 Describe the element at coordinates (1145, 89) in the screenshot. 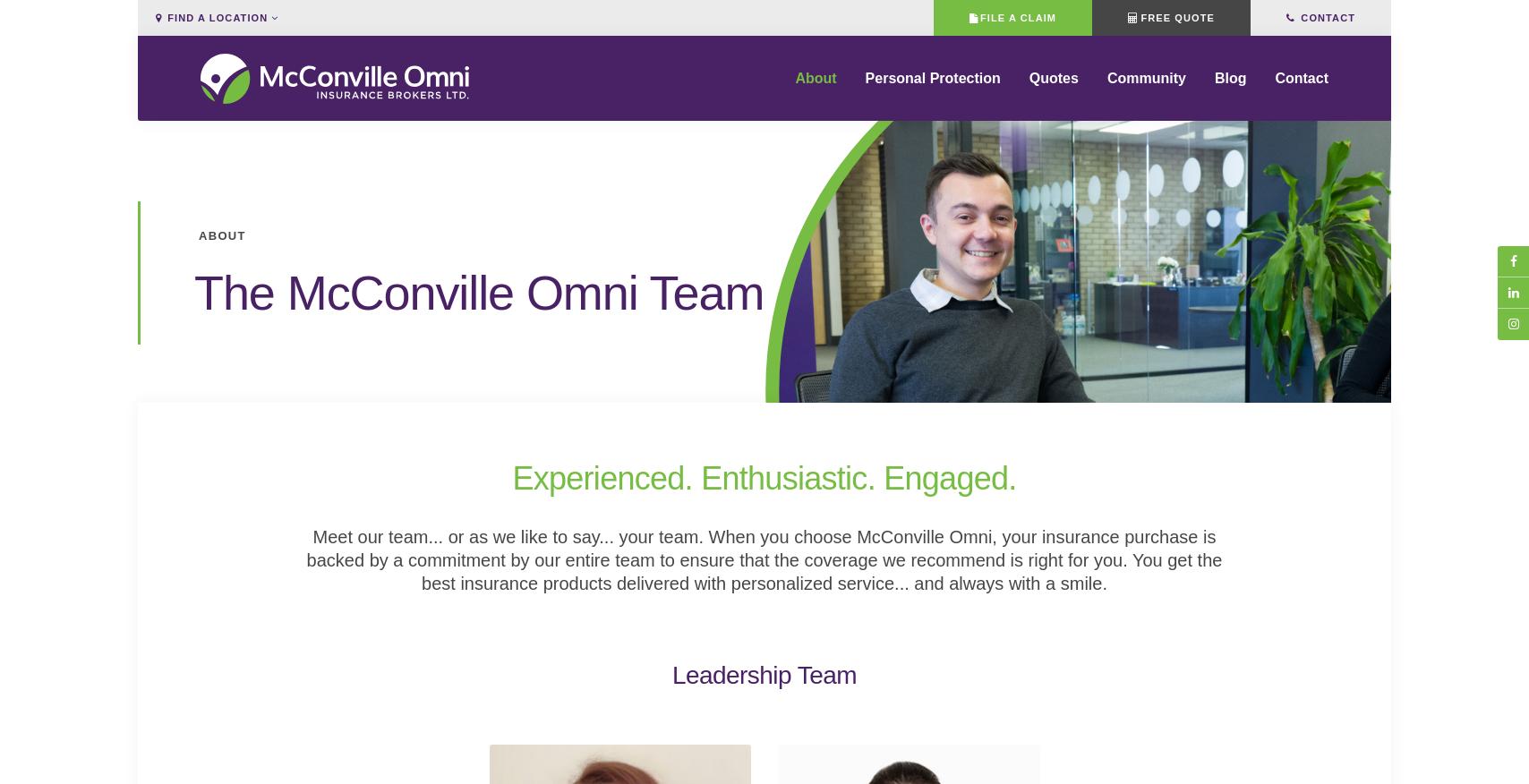

I see `'Community'` at that location.